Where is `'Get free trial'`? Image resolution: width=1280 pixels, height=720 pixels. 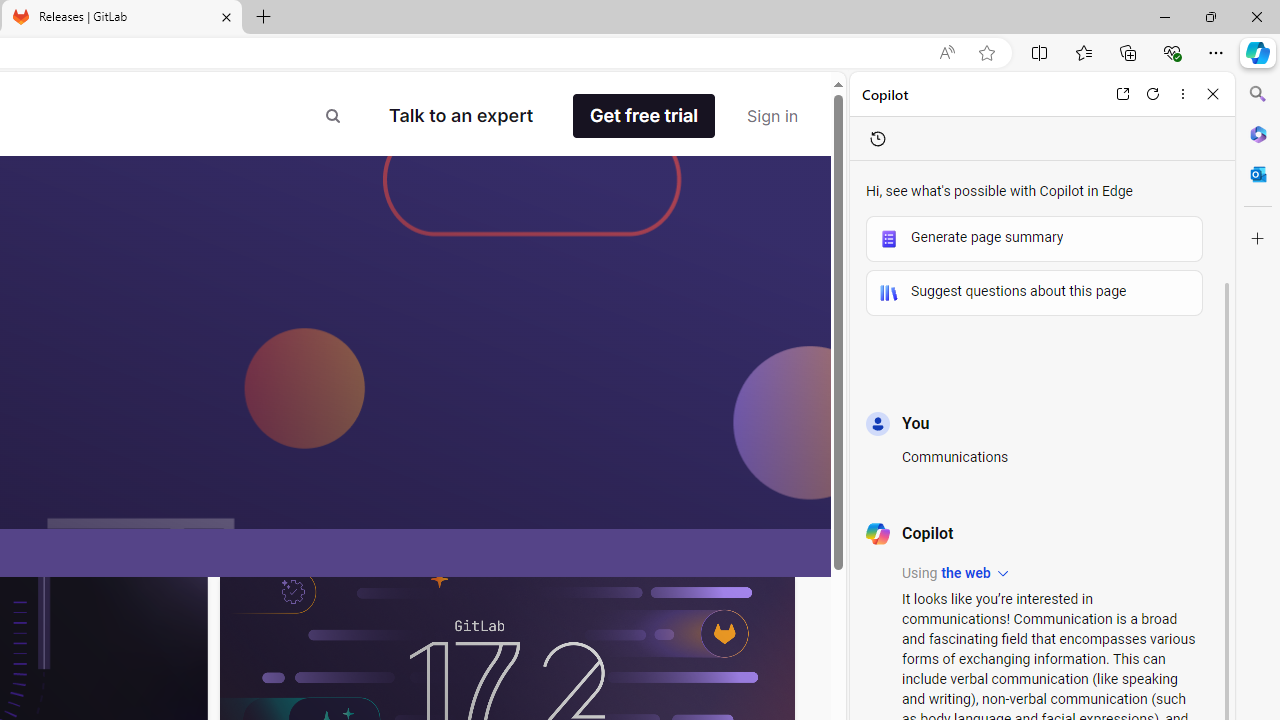 'Get free trial' is located at coordinates (644, 116).